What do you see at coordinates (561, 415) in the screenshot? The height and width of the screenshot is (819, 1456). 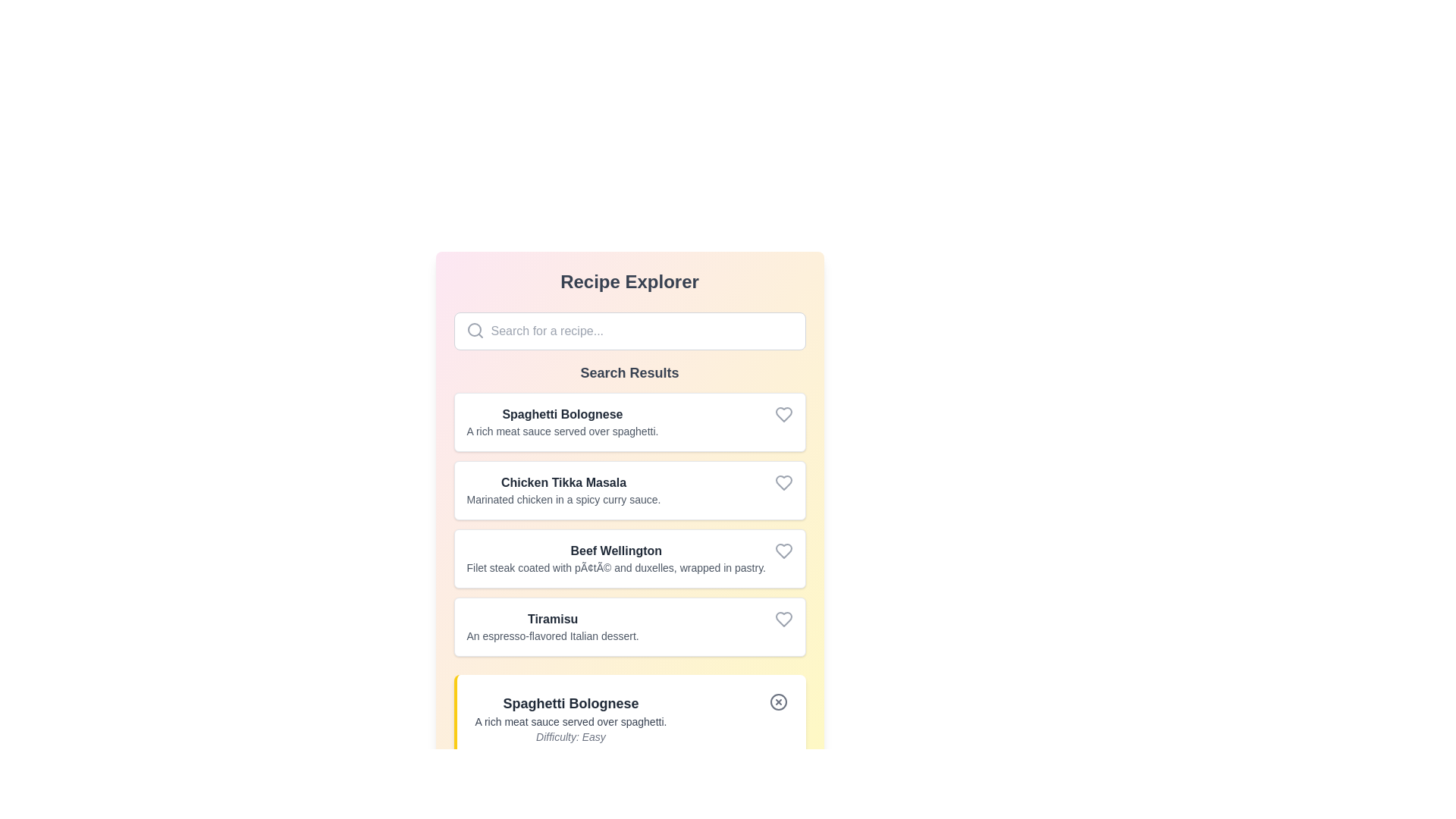 I see `title text of the first recipe in the search results list, which is displayed prominently above the description` at bounding box center [561, 415].